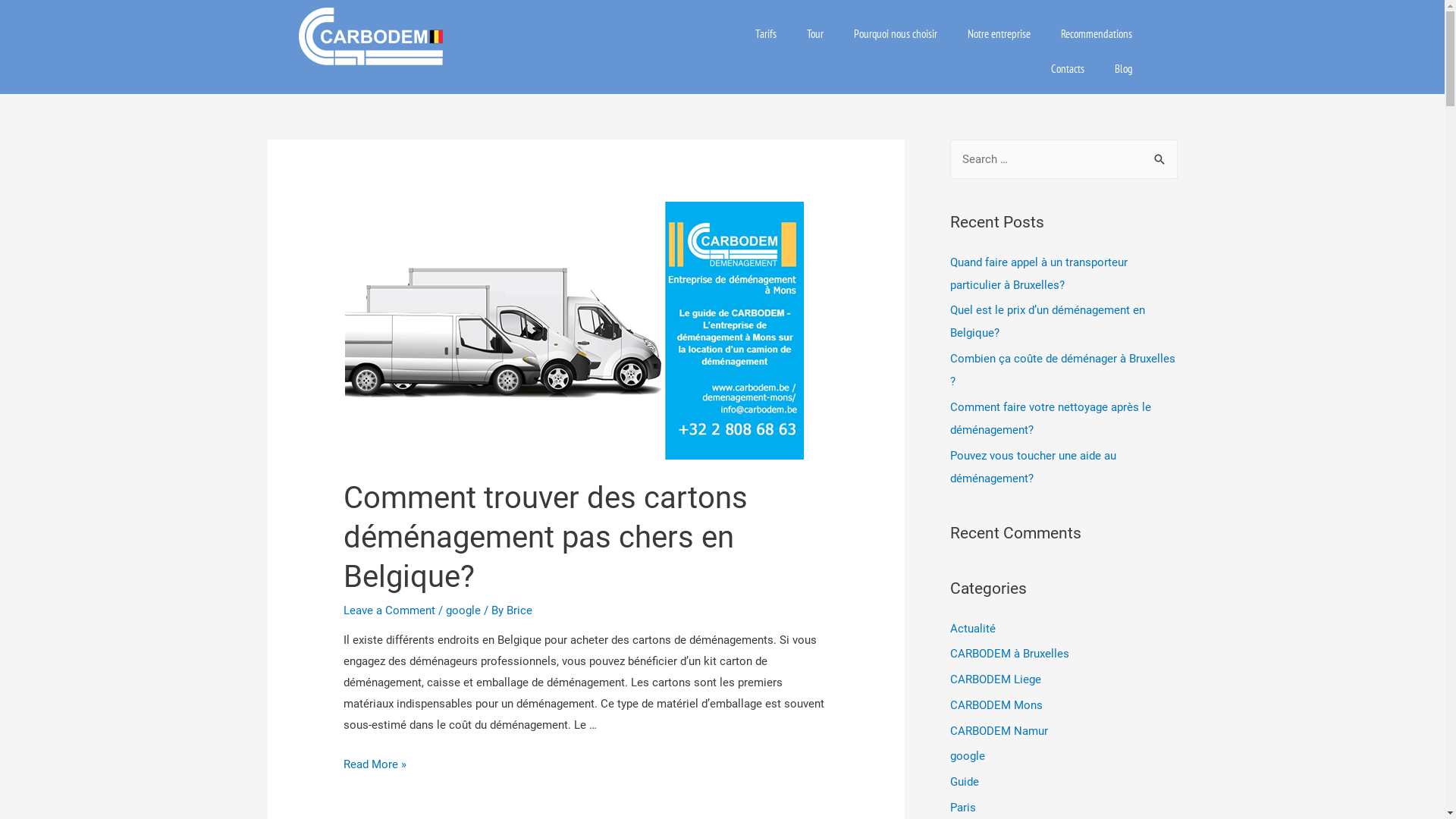  Describe the element at coordinates (1123, 69) in the screenshot. I see `'Blog'` at that location.